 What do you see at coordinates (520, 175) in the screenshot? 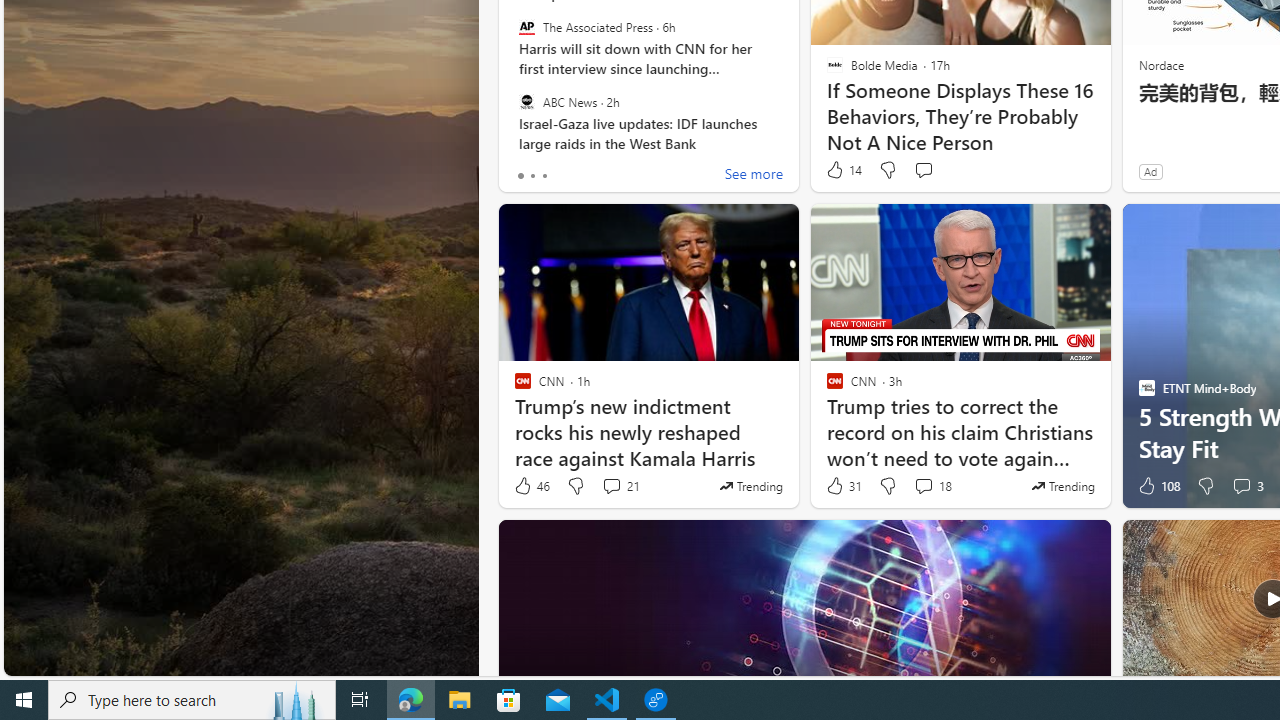
I see `'tab-0'` at bounding box center [520, 175].